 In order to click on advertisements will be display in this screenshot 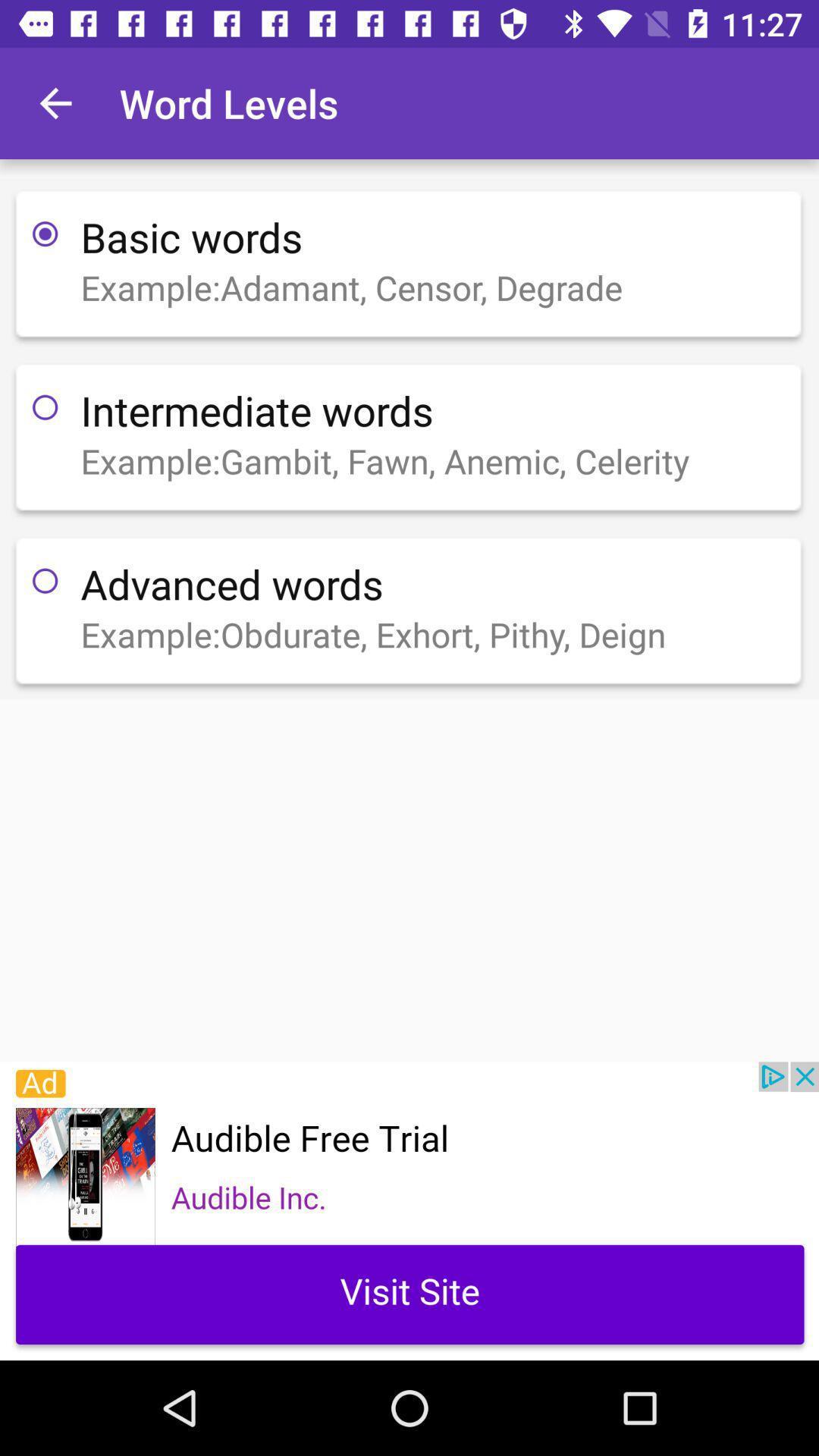, I will do `click(409, 1210)`.